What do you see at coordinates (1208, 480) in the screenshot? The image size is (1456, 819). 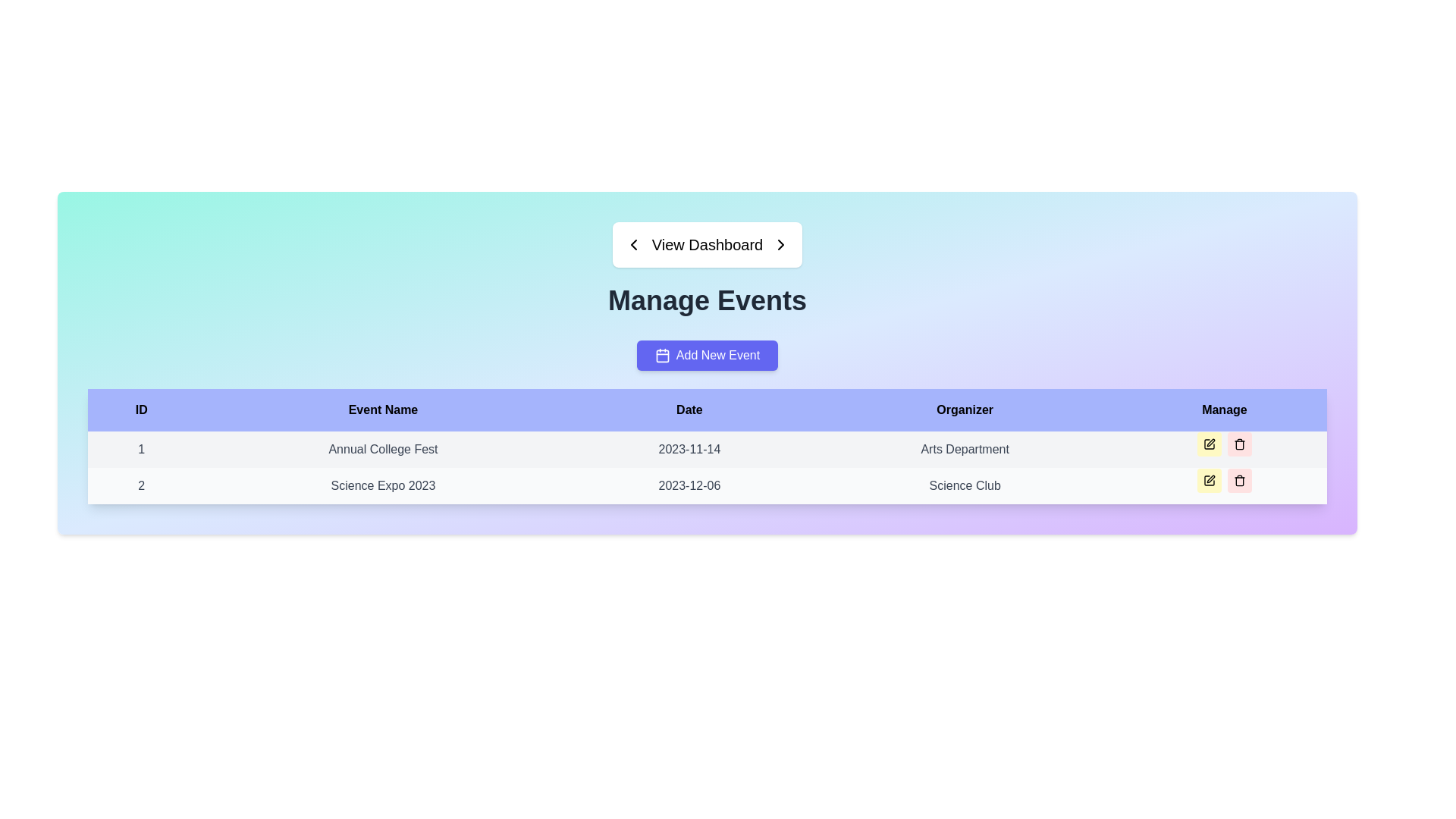 I see `the Icon button located at the bottom right of the second row under the 'Manage' column in the table, which is a square-shaped icon with rounded corners` at bounding box center [1208, 480].